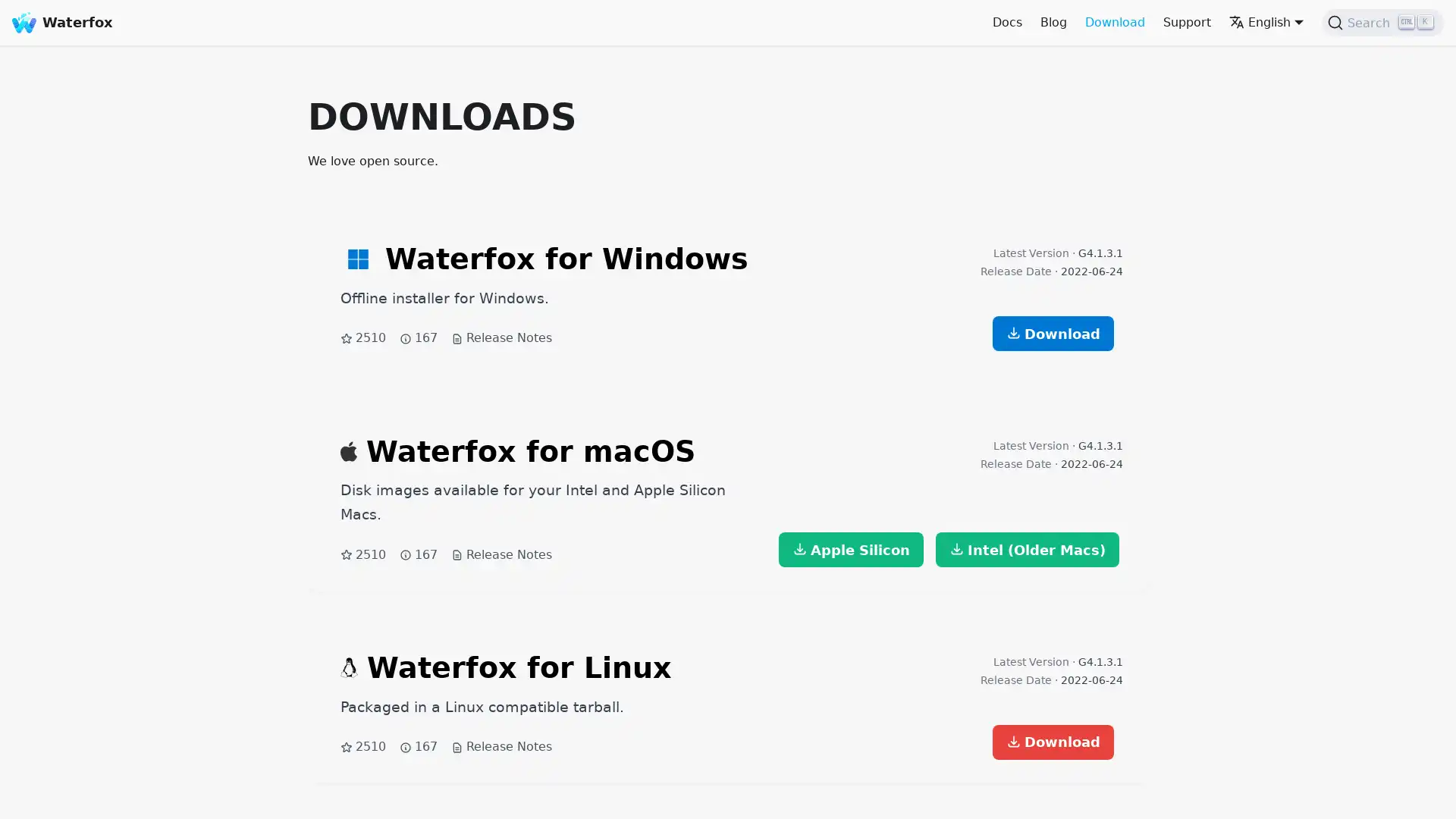  Describe the element at coordinates (1052, 741) in the screenshot. I see `Download` at that location.